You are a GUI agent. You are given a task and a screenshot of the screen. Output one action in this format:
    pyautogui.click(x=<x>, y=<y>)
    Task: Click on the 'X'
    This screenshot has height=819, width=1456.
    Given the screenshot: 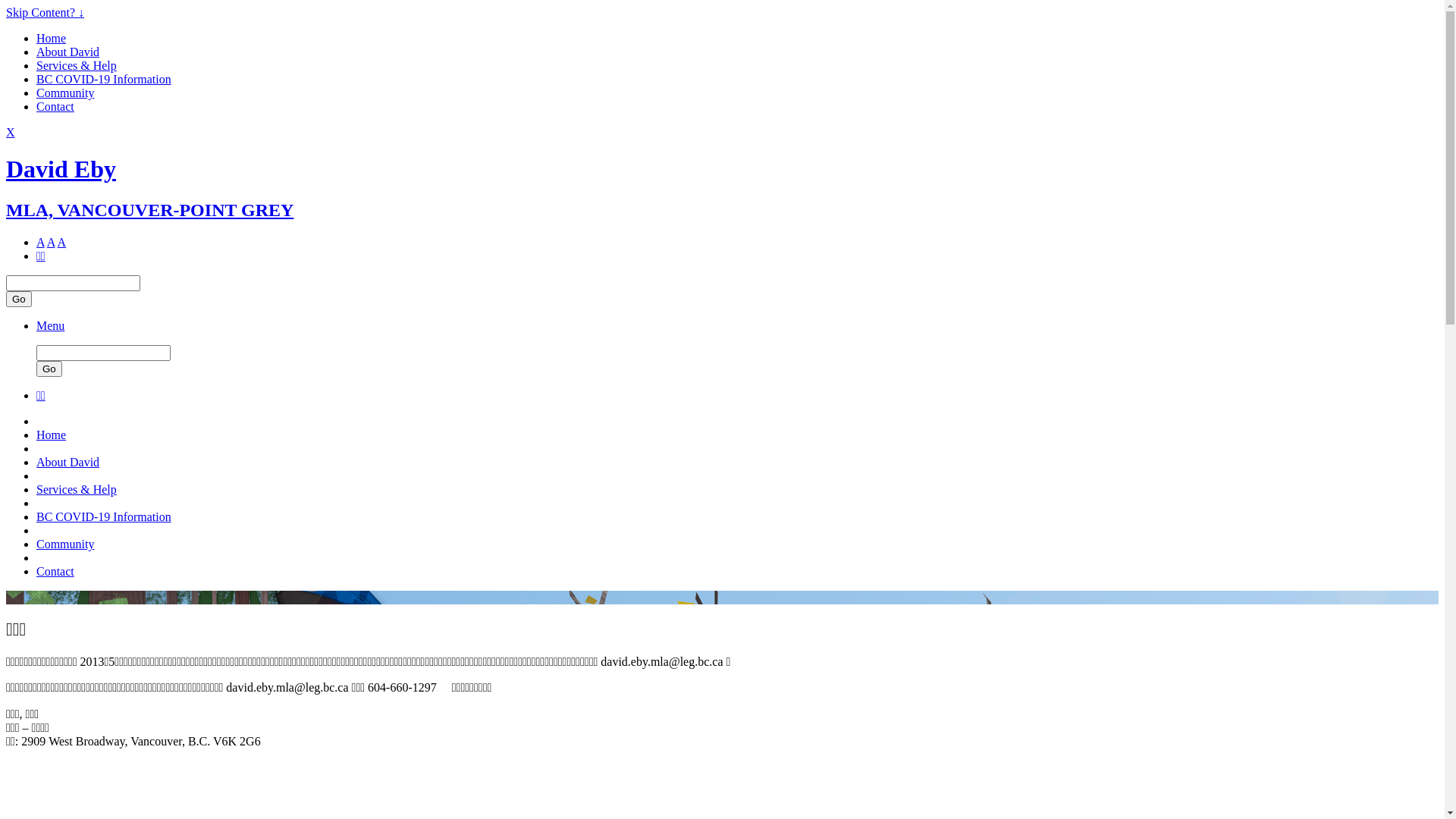 What is the action you would take?
    pyautogui.click(x=6, y=131)
    